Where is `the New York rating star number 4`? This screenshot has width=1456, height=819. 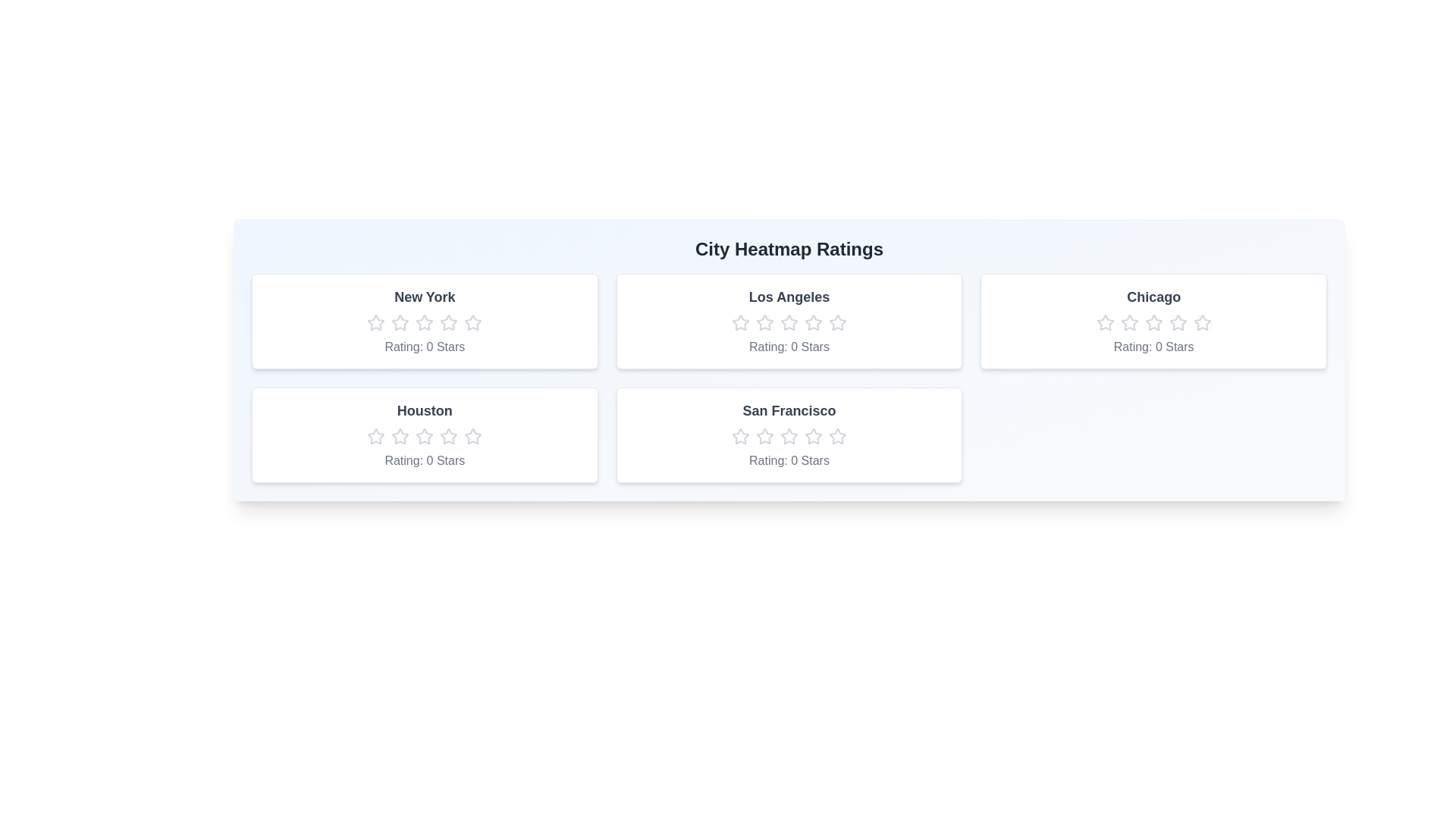
the New York rating star number 4 is located at coordinates (448, 322).